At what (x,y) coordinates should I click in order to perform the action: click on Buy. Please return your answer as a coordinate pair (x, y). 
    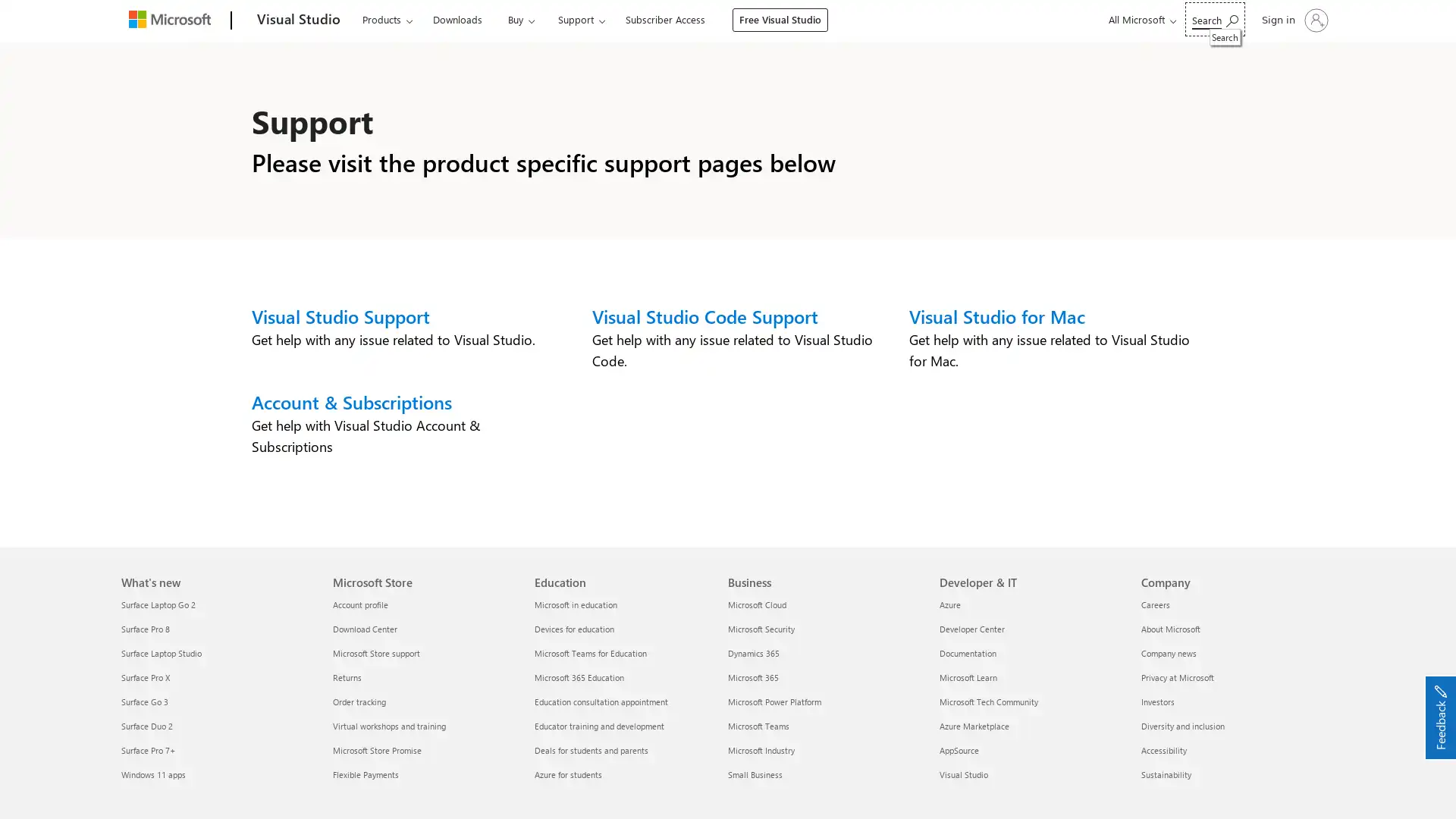
    Looking at the image, I should click on (520, 20).